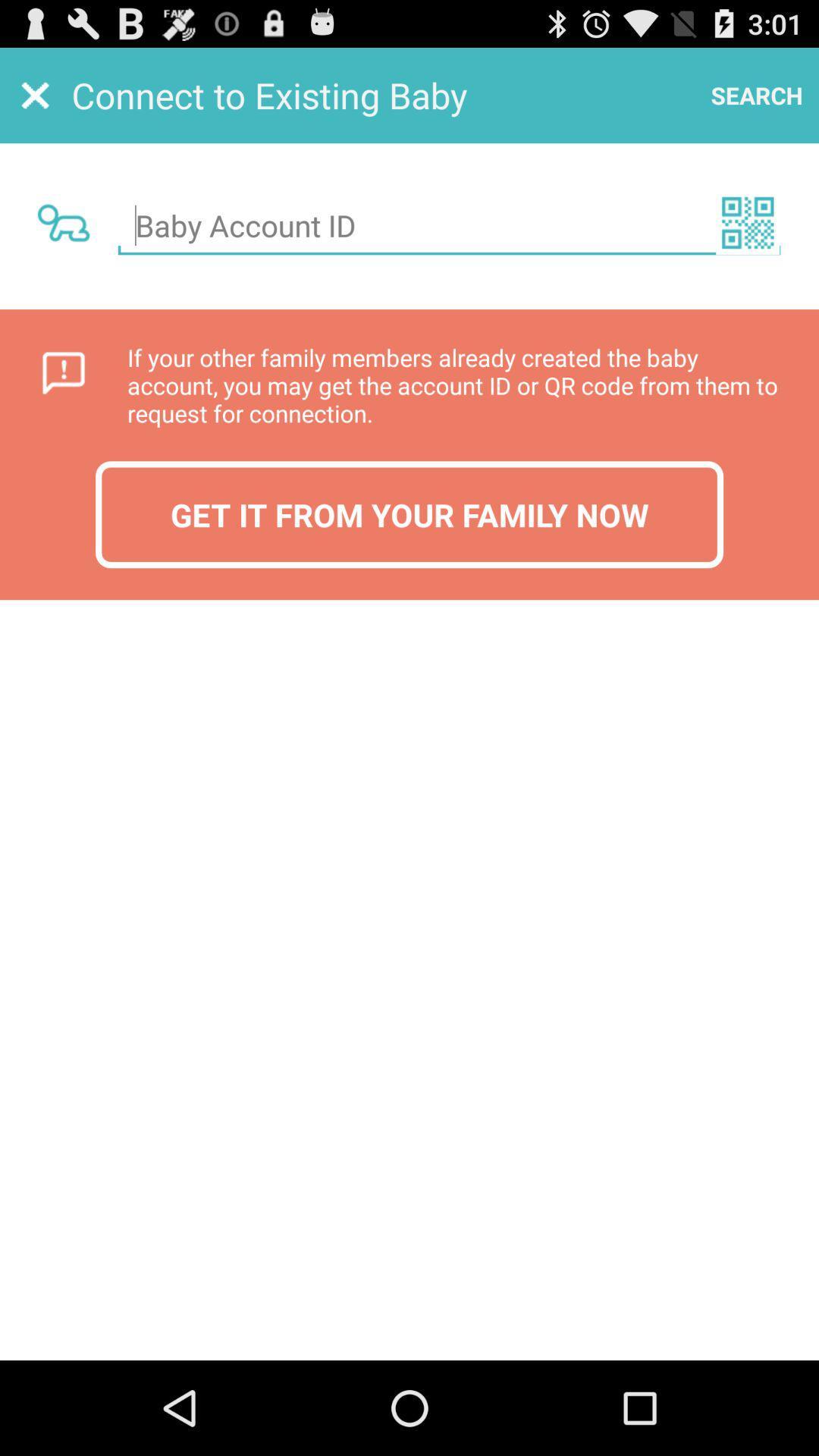 This screenshot has width=819, height=1456. I want to click on scan qr code, so click(747, 221).